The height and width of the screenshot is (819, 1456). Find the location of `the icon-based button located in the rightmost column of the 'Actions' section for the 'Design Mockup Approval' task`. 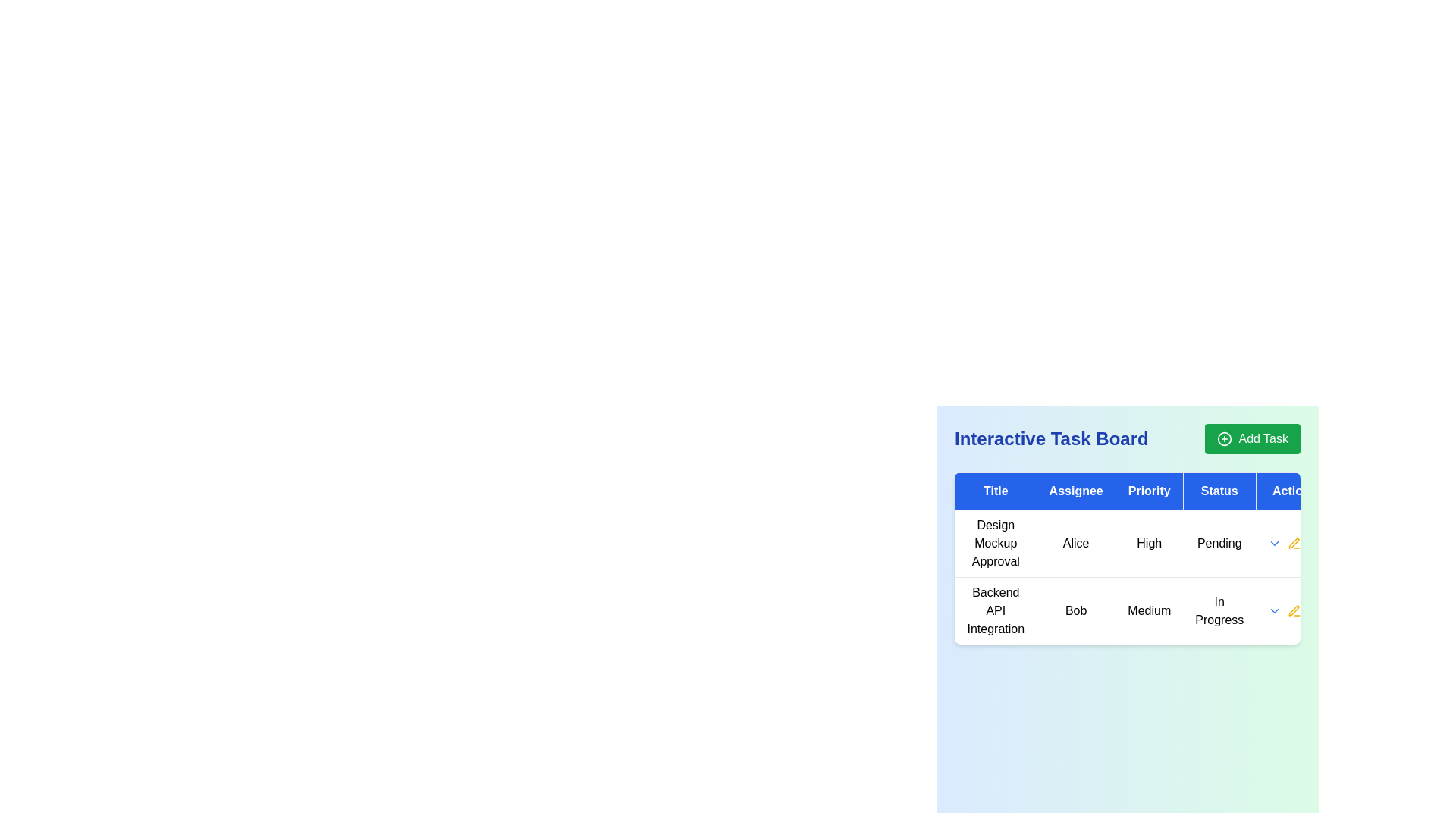

the icon-based button located in the rightmost column of the 'Actions' section for the 'Design Mockup Approval' task is located at coordinates (1294, 543).